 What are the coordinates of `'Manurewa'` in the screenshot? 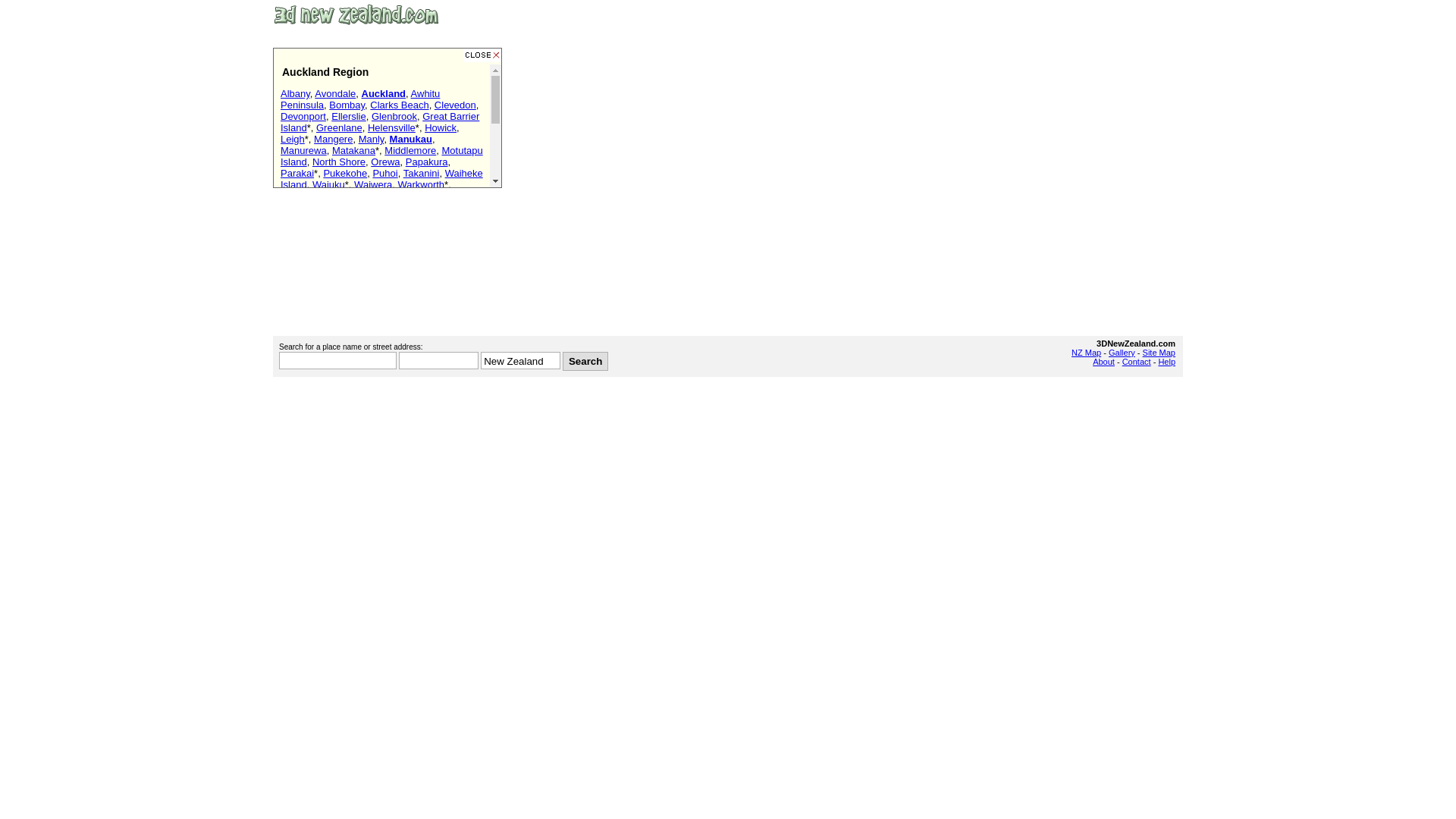 It's located at (280, 150).